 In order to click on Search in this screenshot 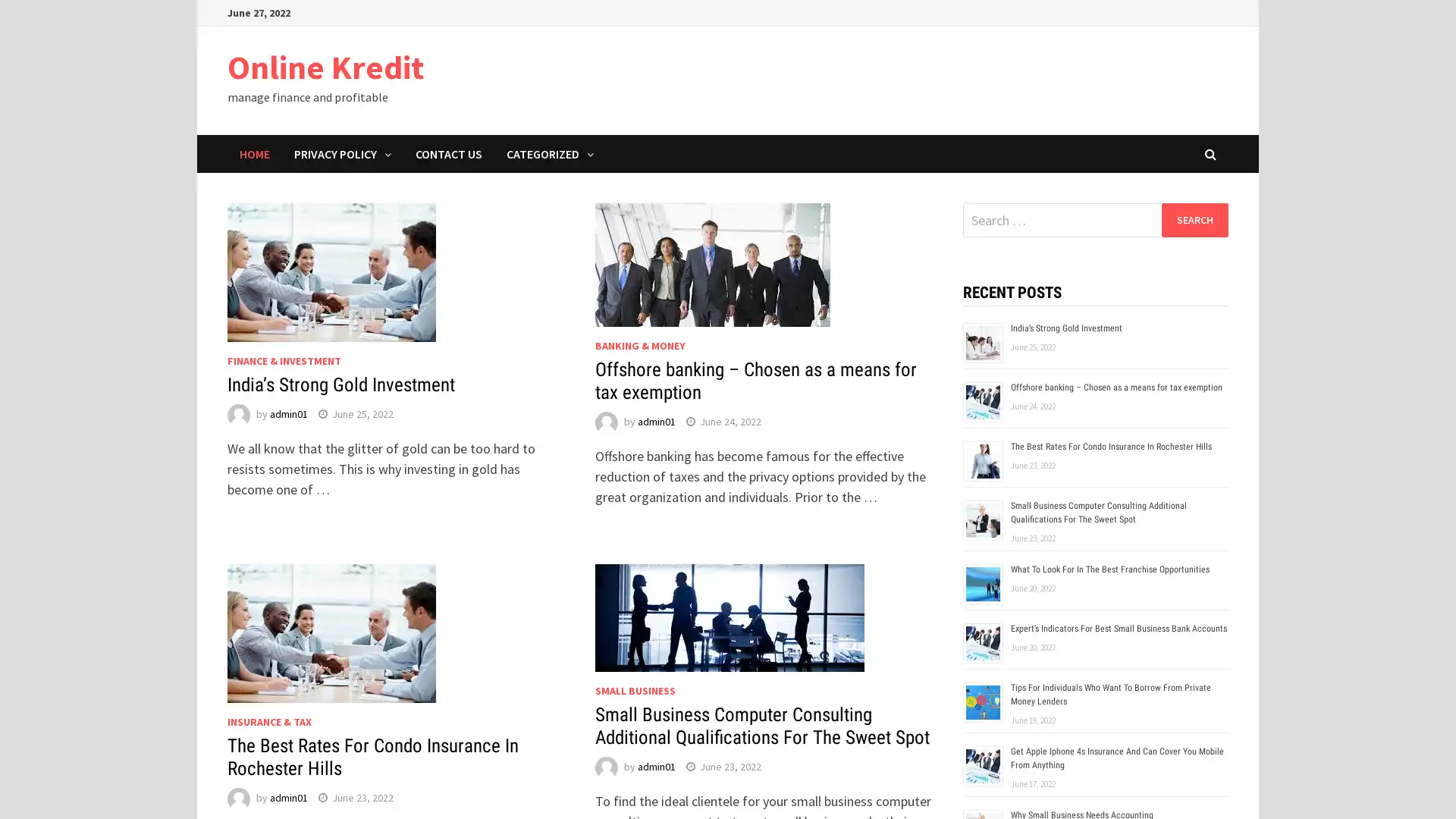, I will do `click(1194, 219)`.